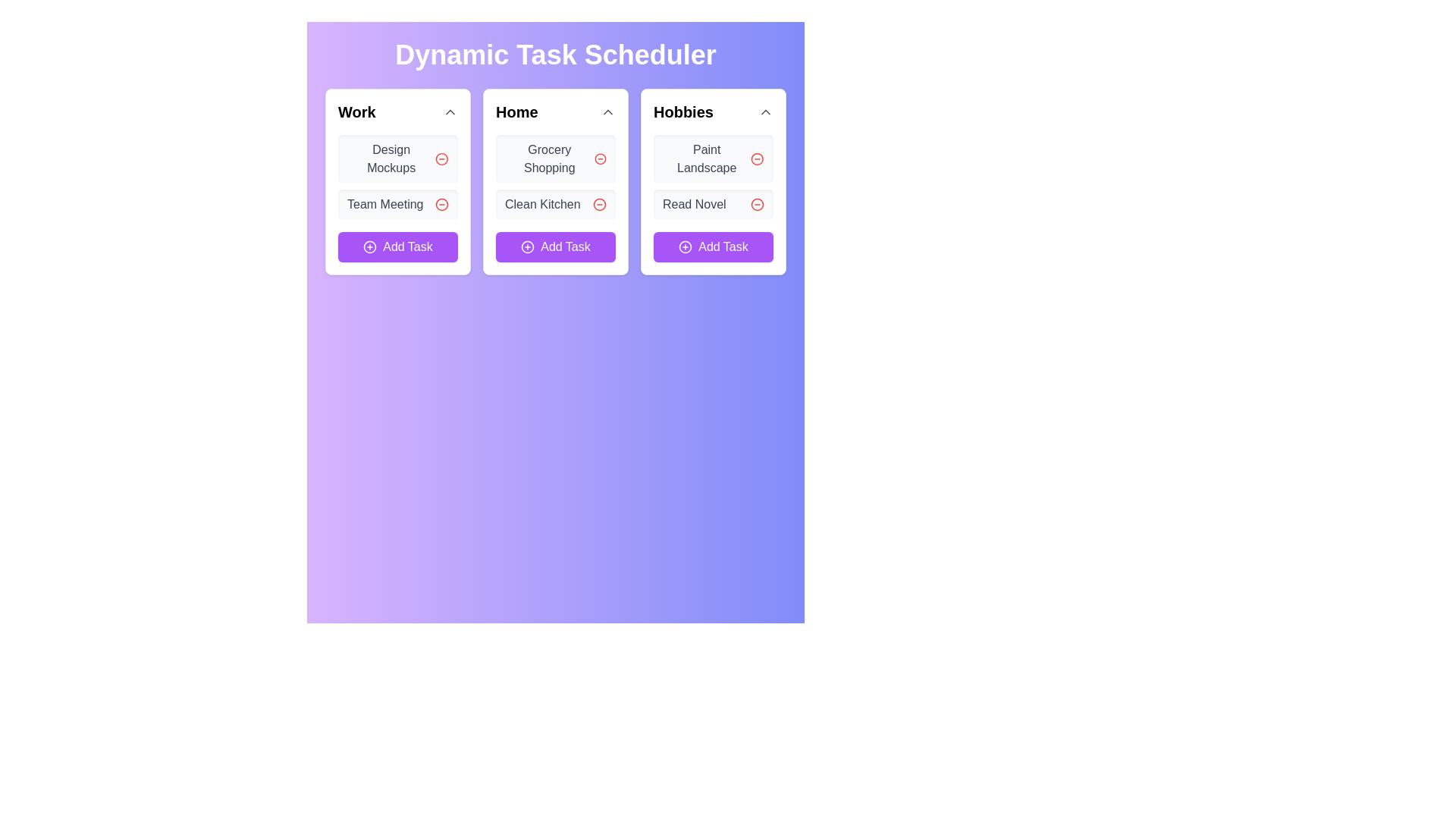 Image resolution: width=1456 pixels, height=819 pixels. What do you see at coordinates (441, 205) in the screenshot?
I see `the delete button located to the right of the 'Team Meeting' task in the second row of the 'Work' column` at bounding box center [441, 205].